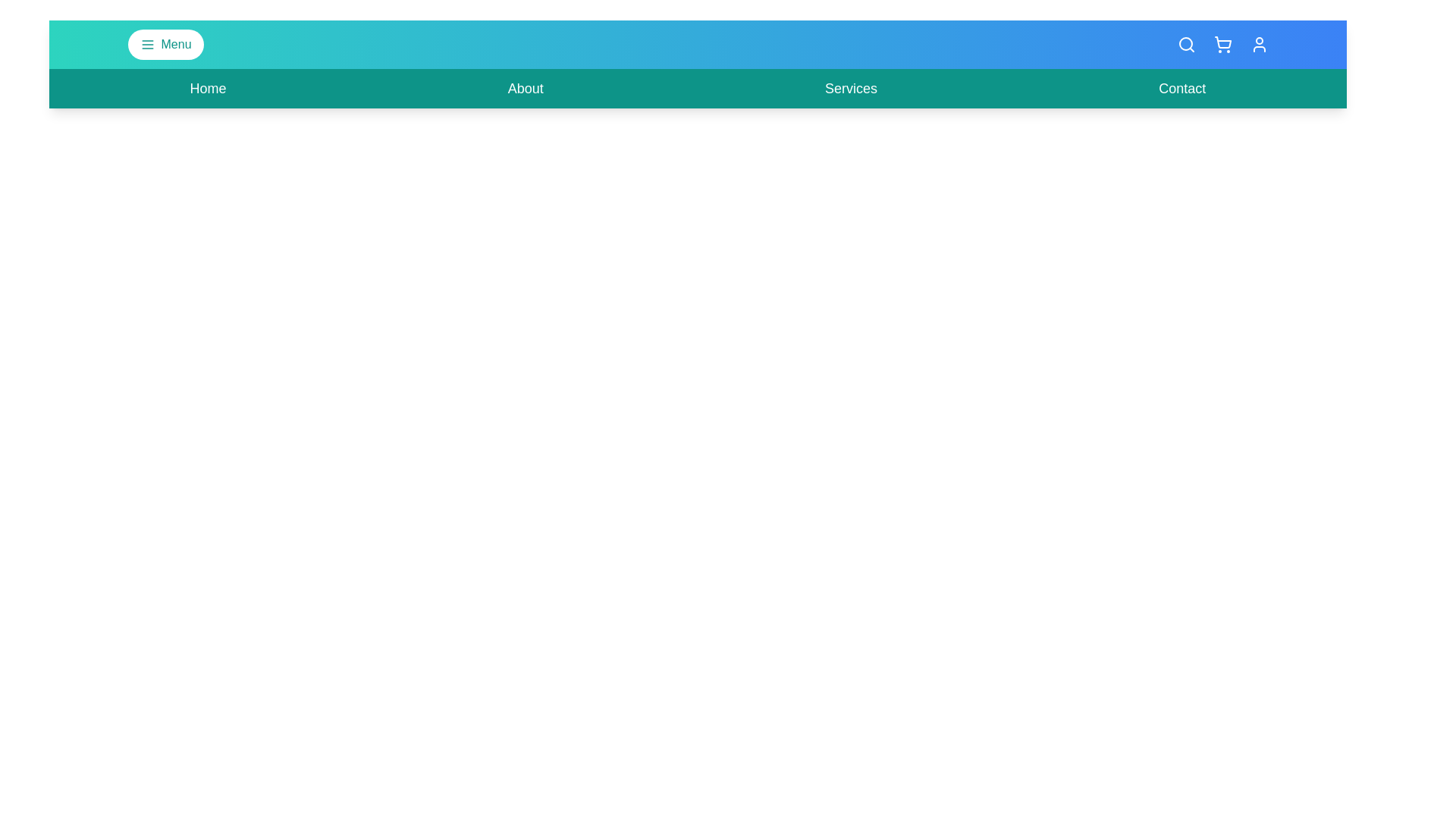 The image size is (1456, 819). Describe the element at coordinates (1222, 43) in the screenshot. I see `the 'Shopping Cart' icon to open the shopping cart` at that location.